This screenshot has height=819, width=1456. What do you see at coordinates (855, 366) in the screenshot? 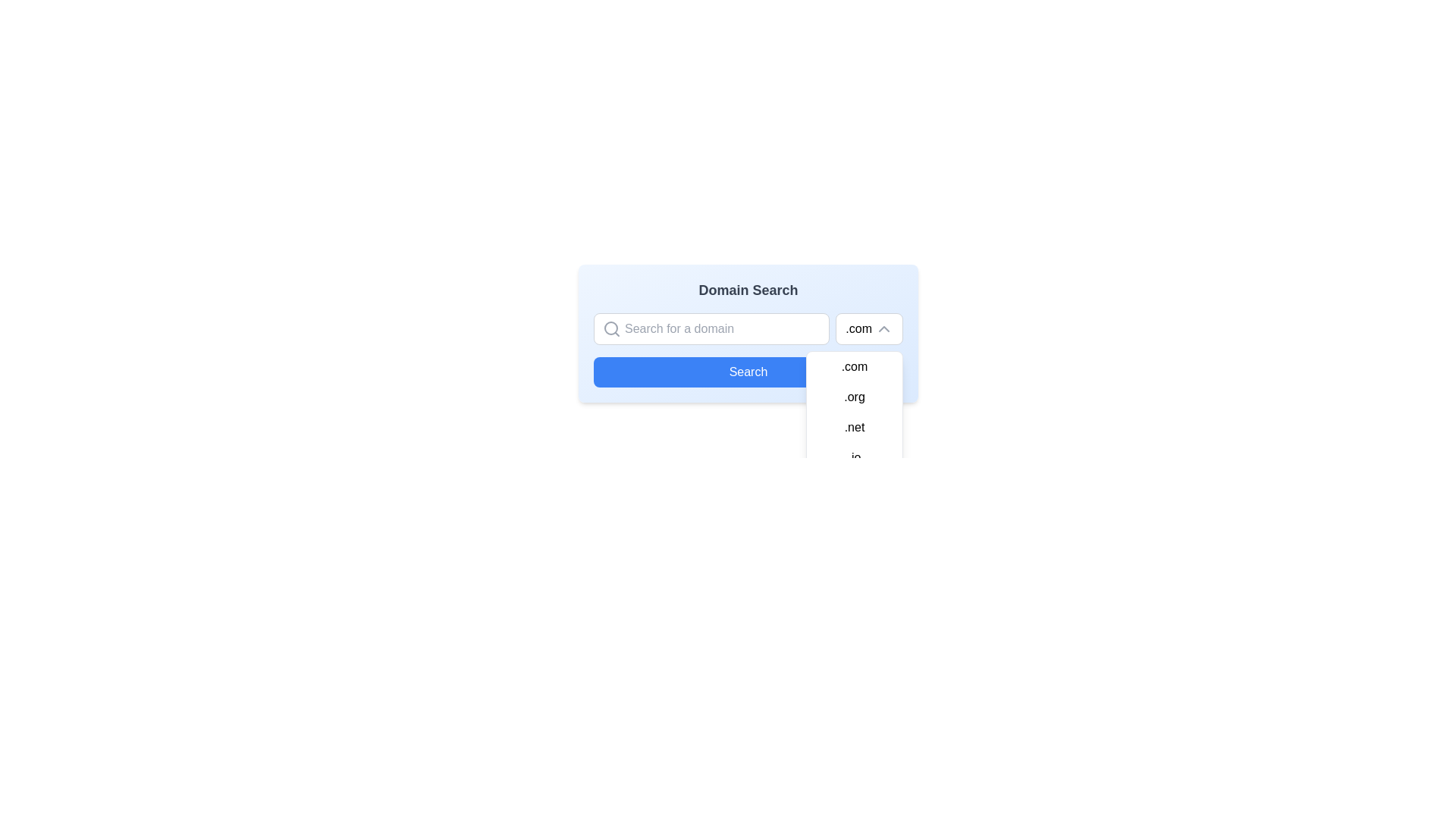
I see `the first menu item displaying '.com' in the dropdown menu located at the top-right of the interface` at bounding box center [855, 366].